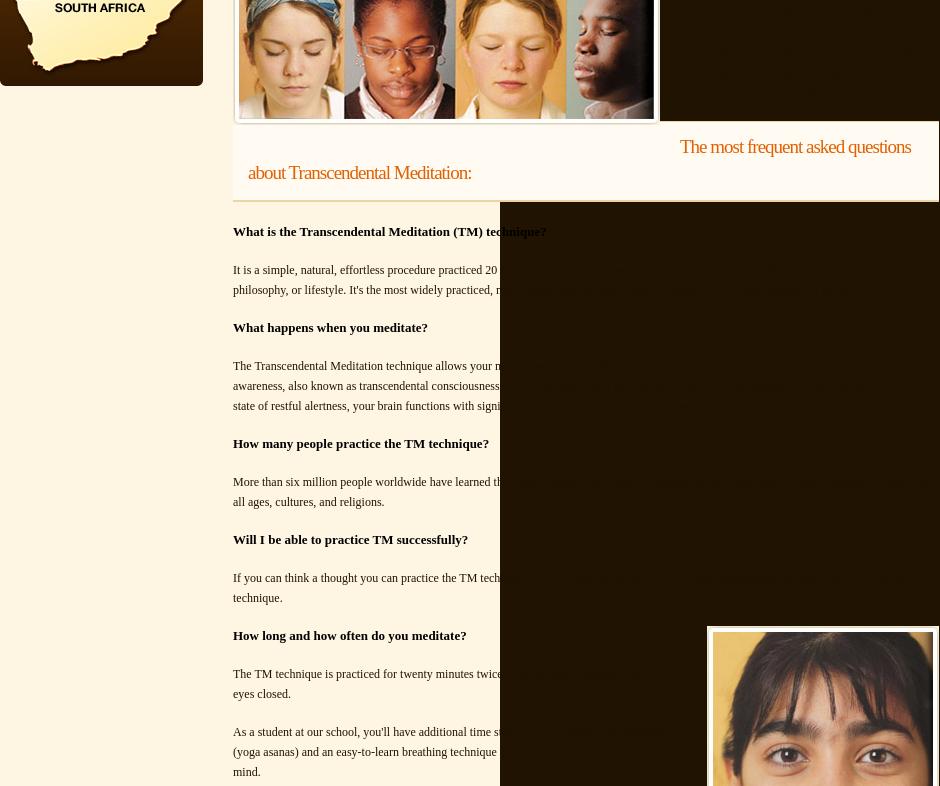  I want to click on 'Will I be able to practice TM successfully?', so click(350, 538).